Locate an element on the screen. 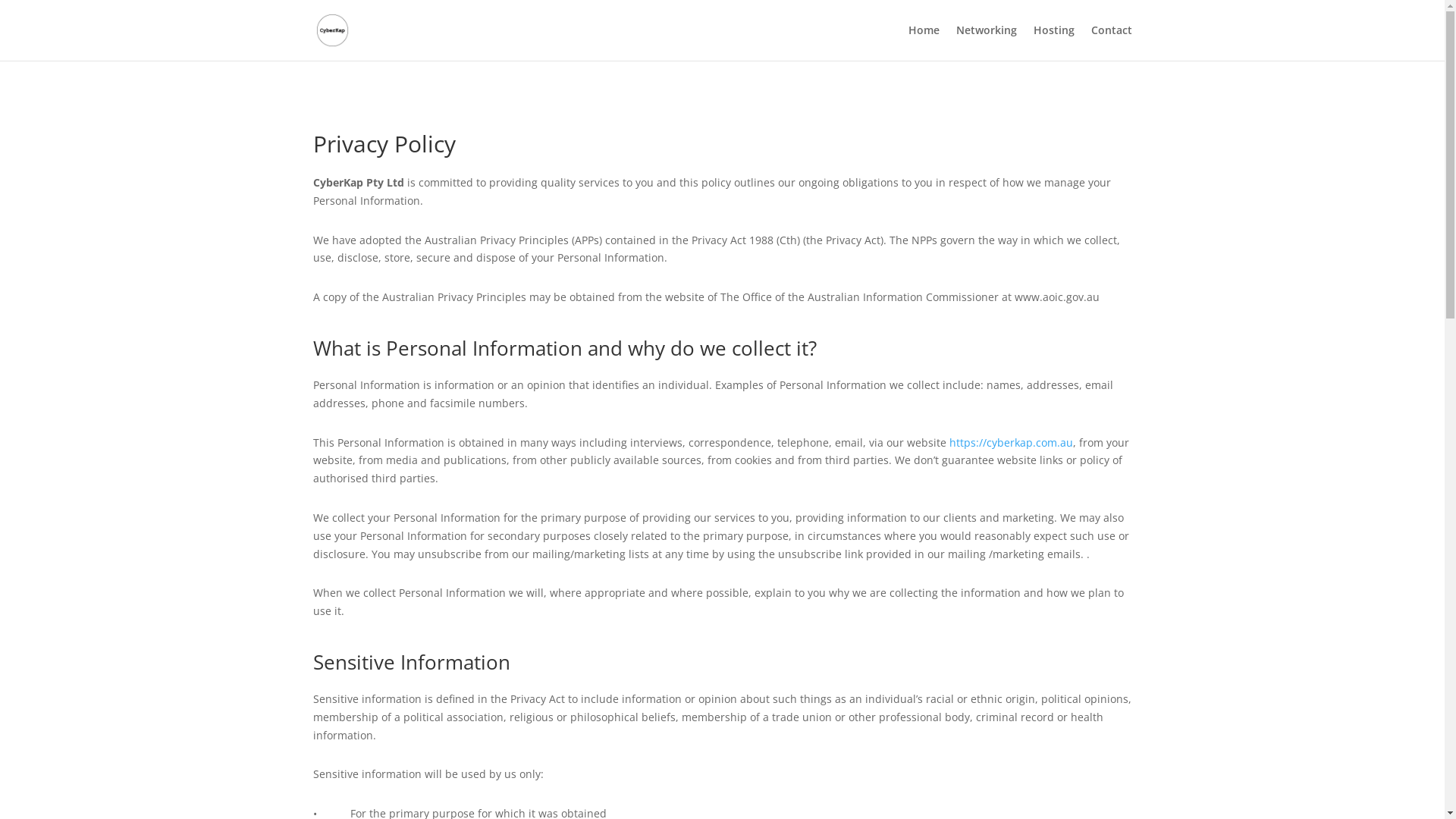 The height and width of the screenshot is (819, 1456). 'Contact' is located at coordinates (1110, 42).